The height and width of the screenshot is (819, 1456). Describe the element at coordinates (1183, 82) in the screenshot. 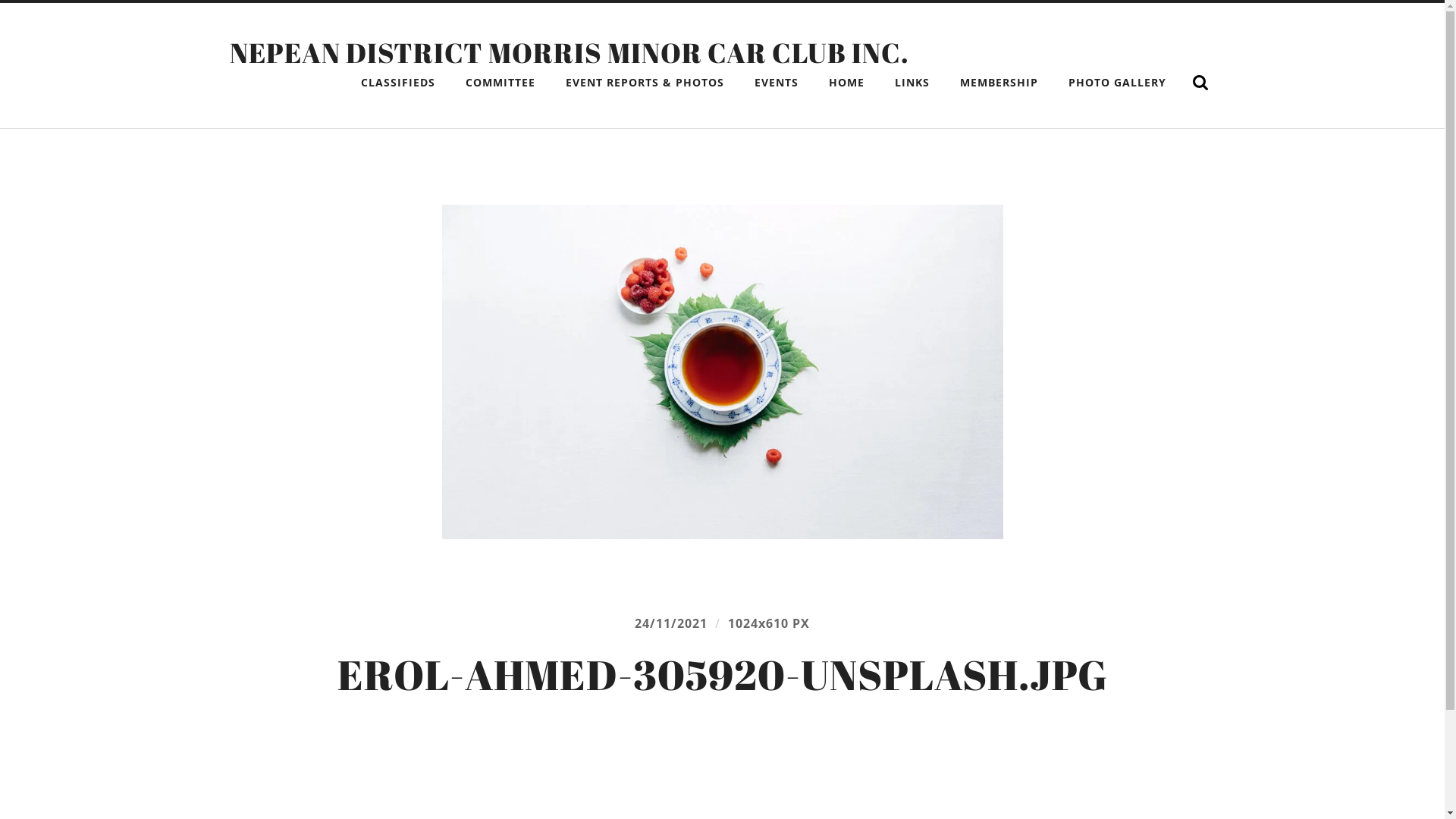

I see `'Show the search field'` at that location.